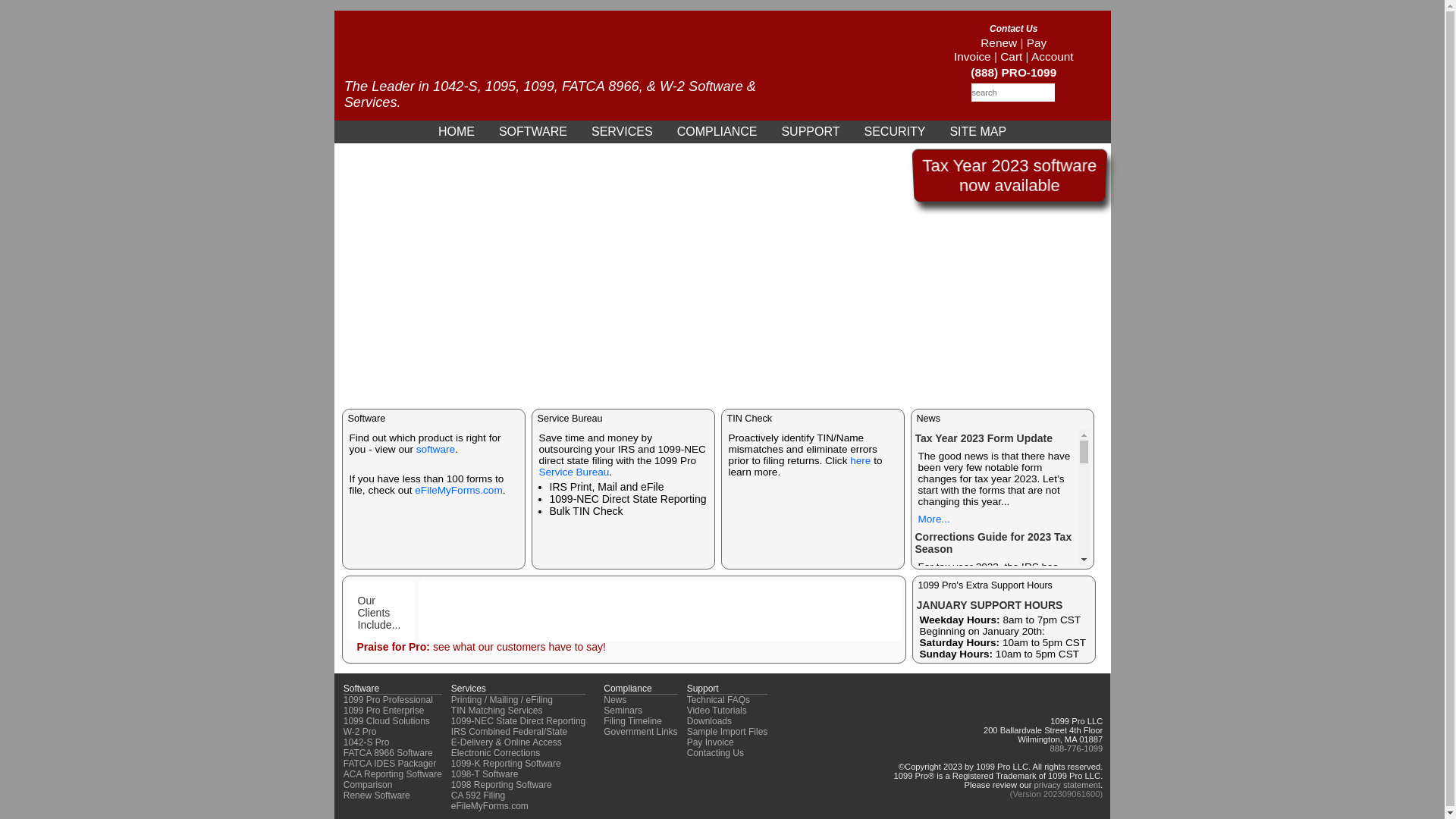 Image resolution: width=1456 pixels, height=819 pixels. Describe the element at coordinates (532, 130) in the screenshot. I see `'SOFTWARE'` at that location.